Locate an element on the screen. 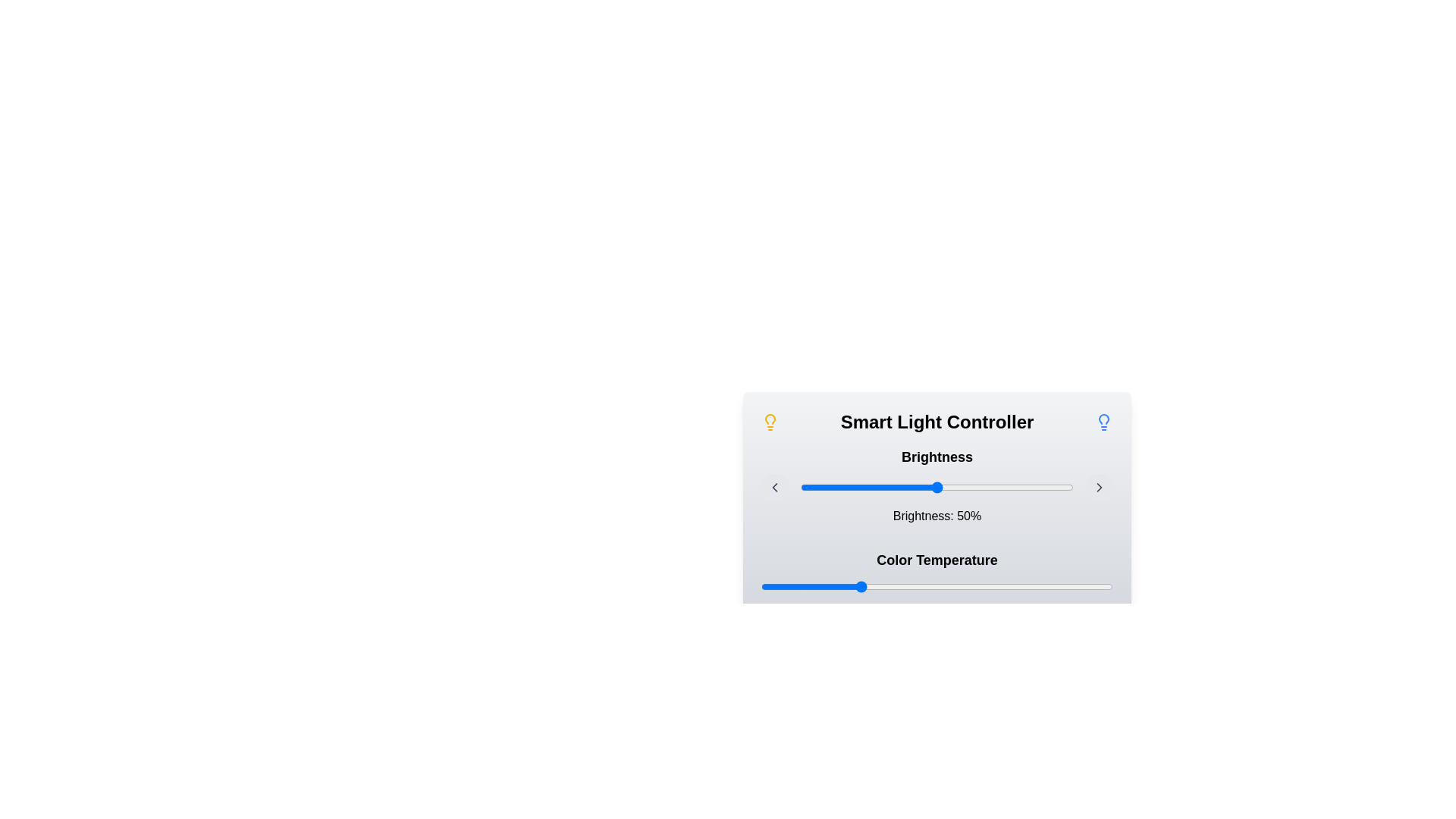 The width and height of the screenshot is (1456, 819). brightness value displayed in the text label that shows 'Brightness: 50%', which is centered below the brightness slider is located at coordinates (937, 485).